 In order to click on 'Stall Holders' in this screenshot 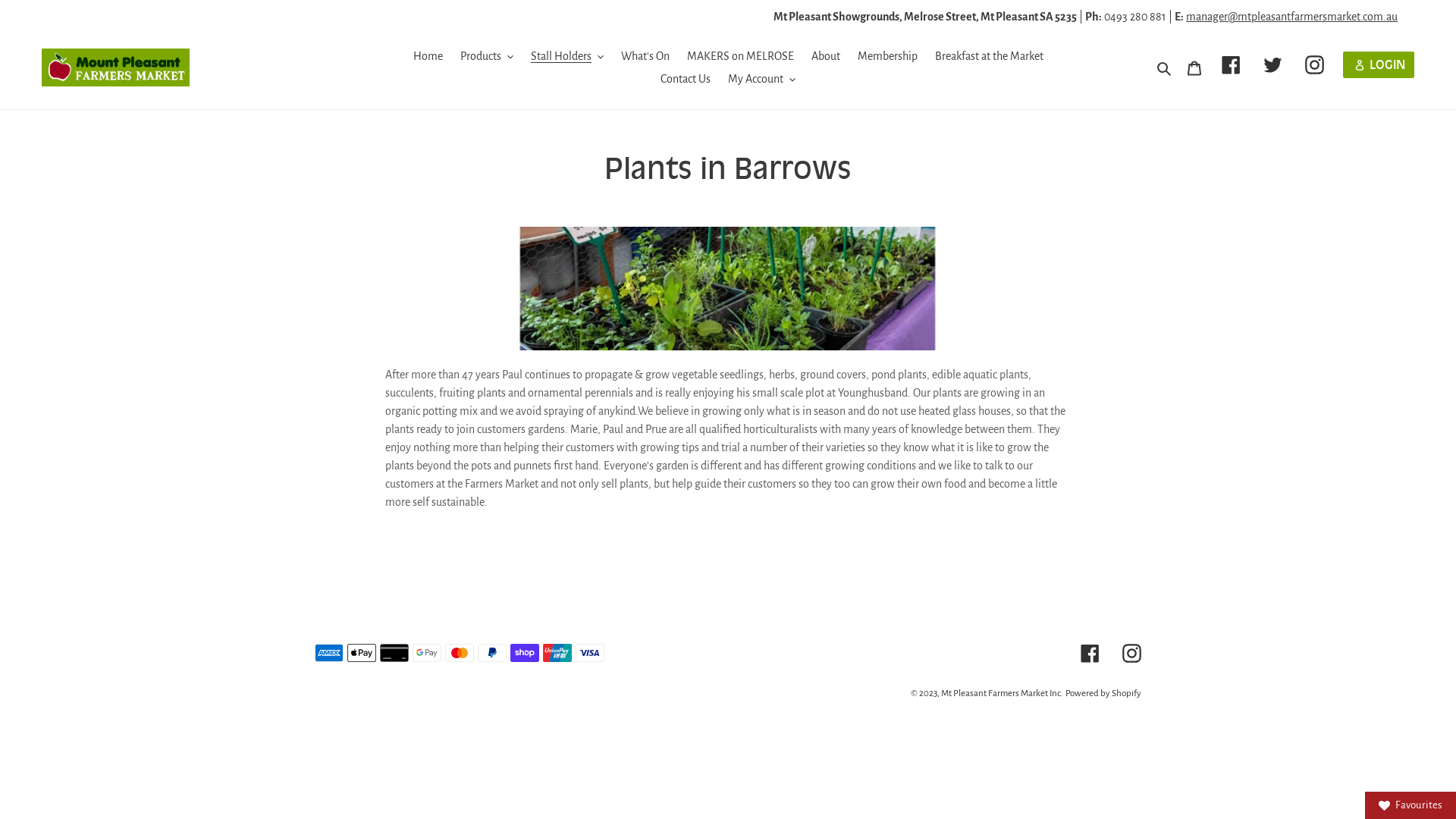, I will do `click(566, 55)`.